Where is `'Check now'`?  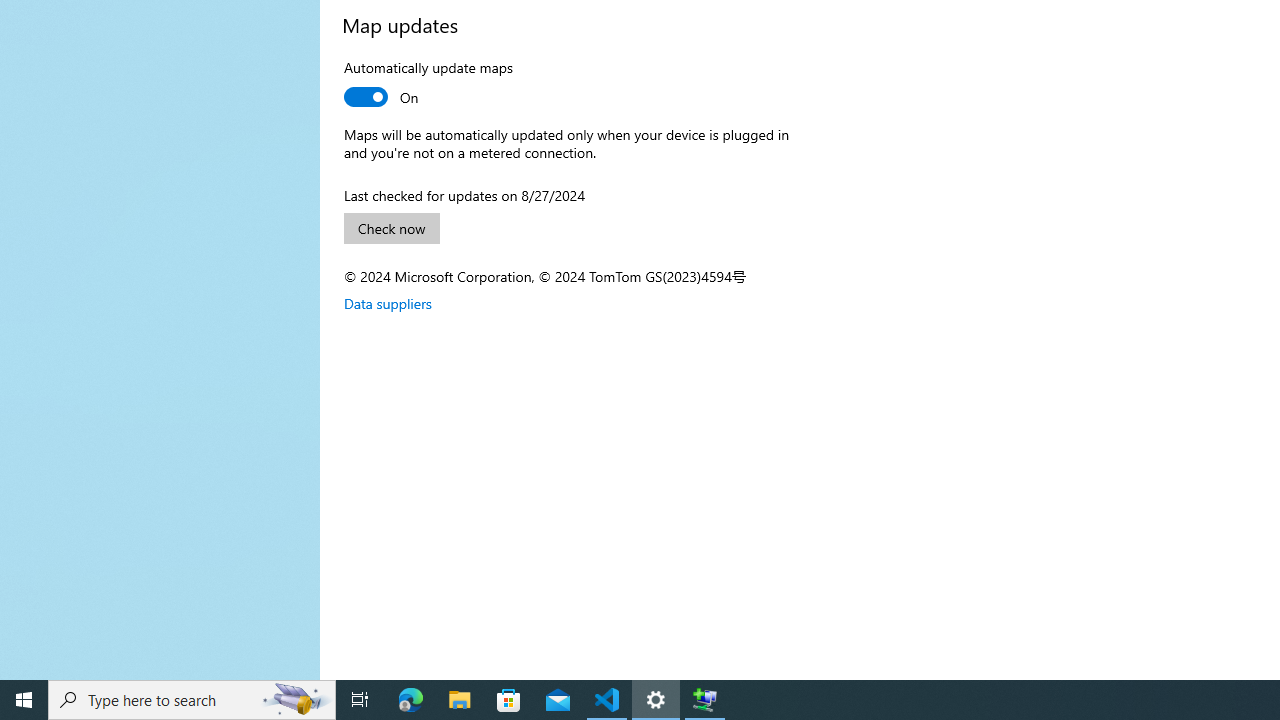 'Check now' is located at coordinates (392, 227).